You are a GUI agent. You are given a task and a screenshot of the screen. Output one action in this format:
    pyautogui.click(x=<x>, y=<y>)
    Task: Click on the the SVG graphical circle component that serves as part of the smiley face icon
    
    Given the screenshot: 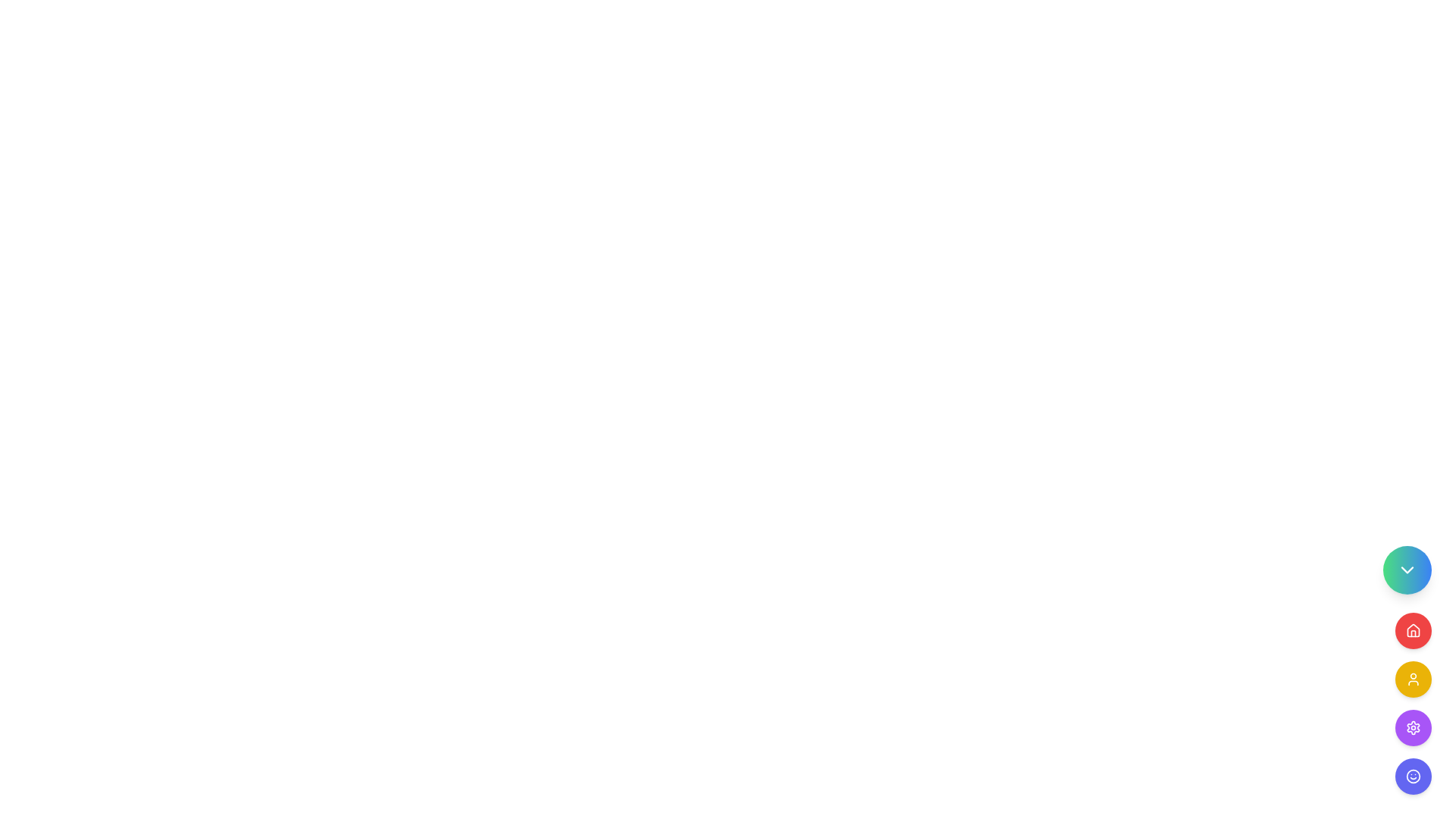 What is the action you would take?
    pyautogui.click(x=1412, y=776)
    